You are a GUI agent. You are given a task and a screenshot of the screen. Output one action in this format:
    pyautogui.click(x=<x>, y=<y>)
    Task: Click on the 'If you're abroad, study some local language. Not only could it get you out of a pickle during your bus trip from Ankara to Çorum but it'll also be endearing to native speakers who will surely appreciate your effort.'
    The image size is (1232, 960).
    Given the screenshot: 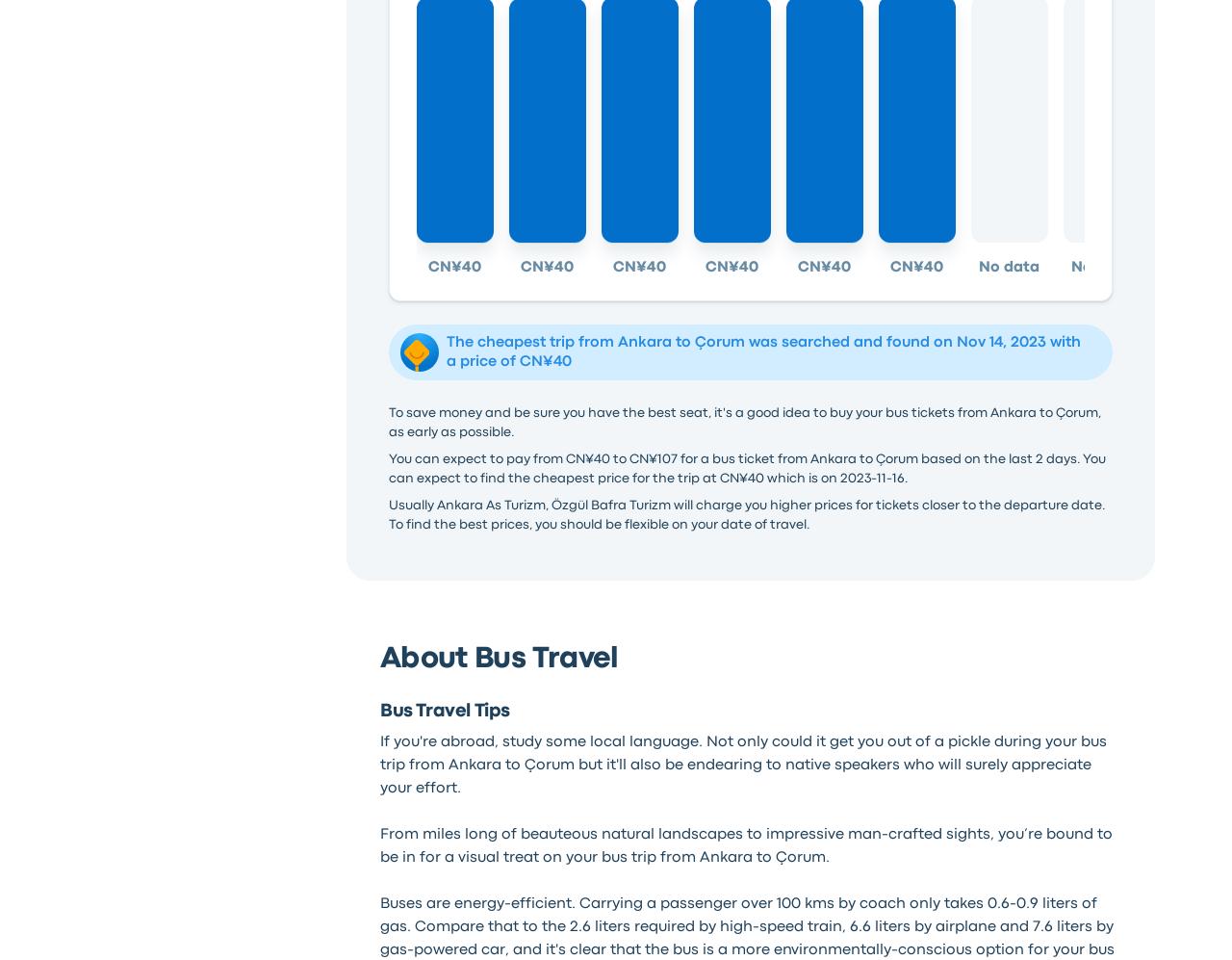 What is the action you would take?
    pyautogui.click(x=741, y=764)
    